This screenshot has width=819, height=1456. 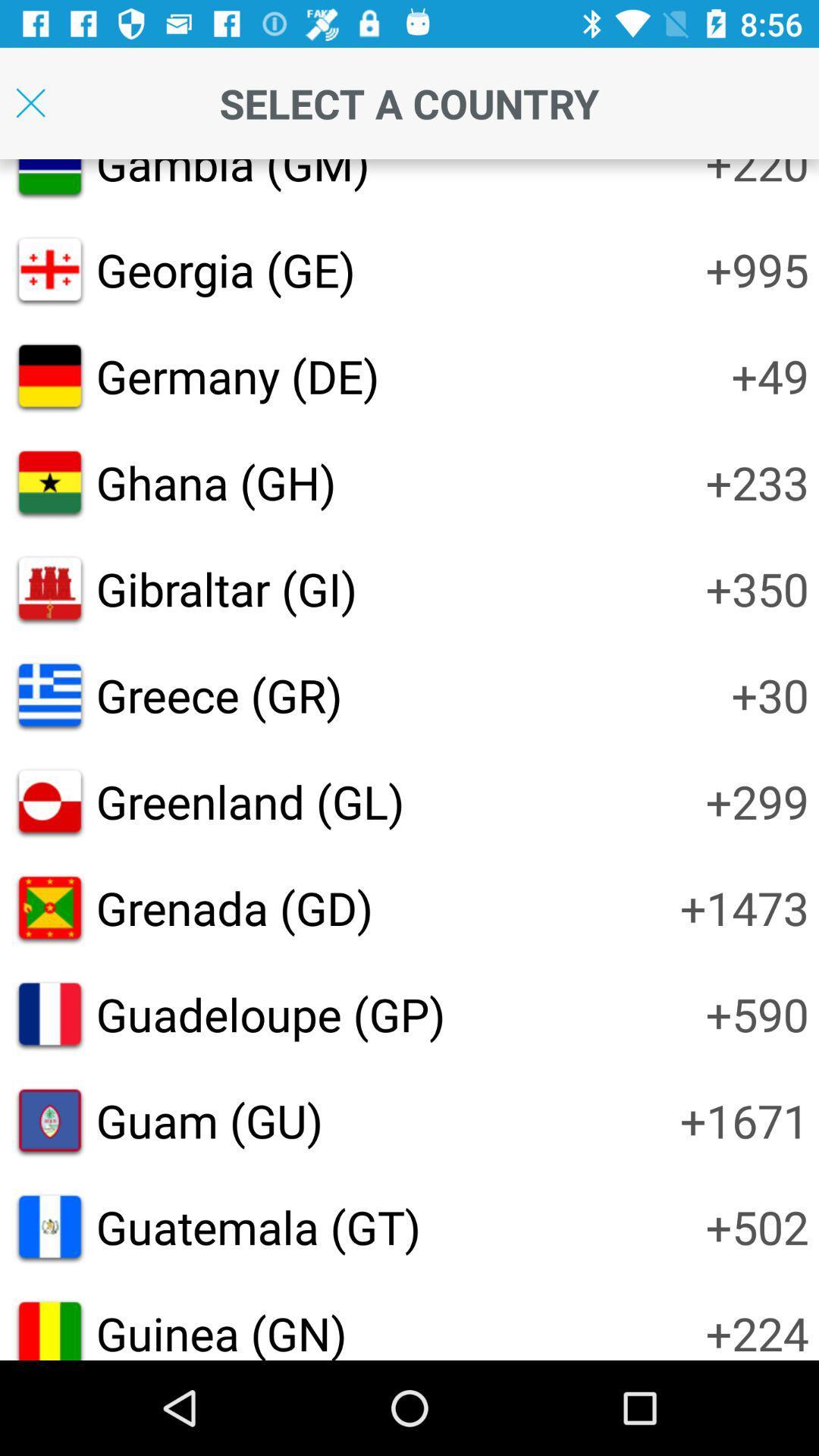 I want to click on the guinea (gn), so click(x=221, y=1330).